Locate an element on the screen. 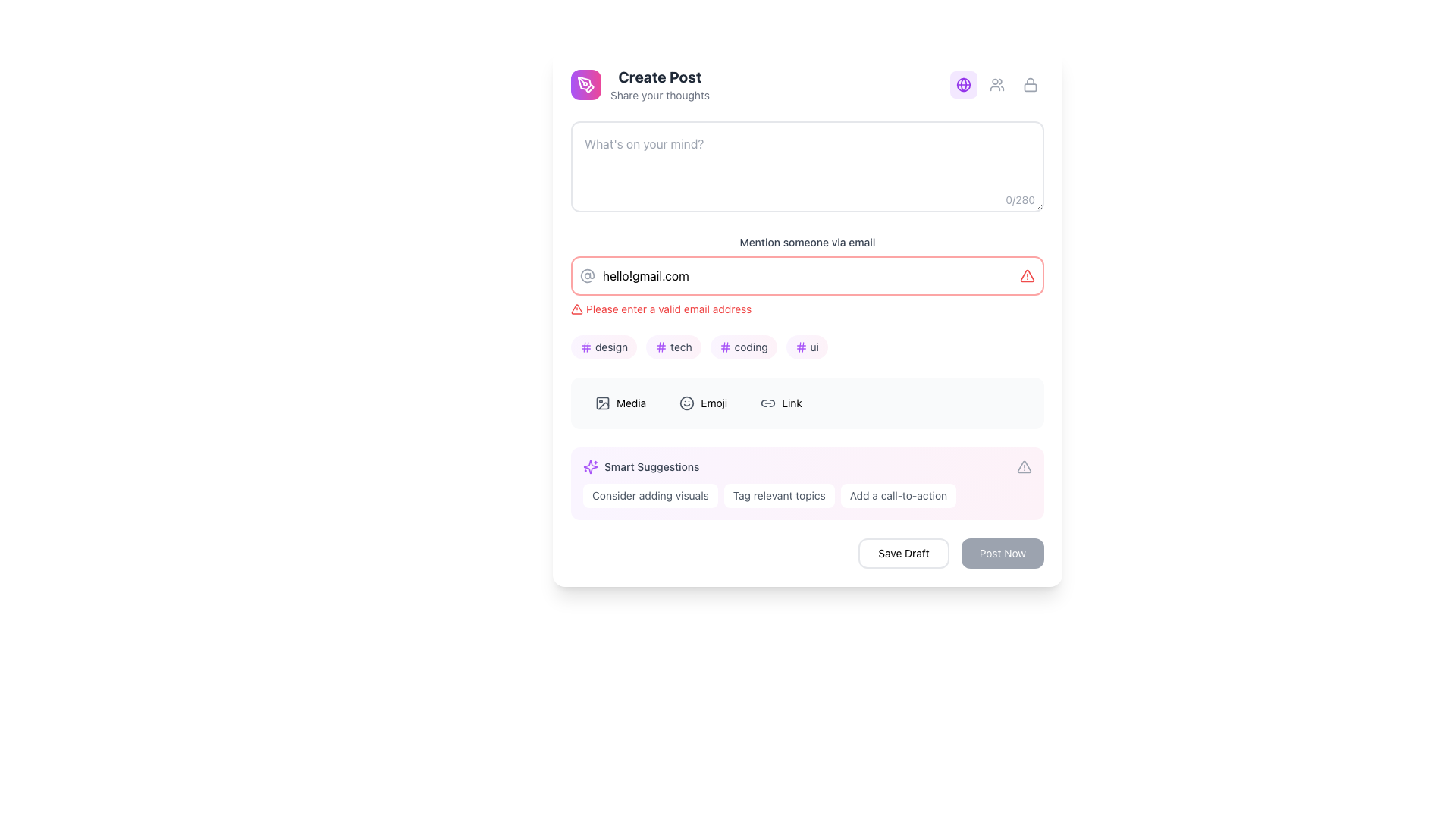 This screenshot has width=1456, height=819. the lock icon button located at the top-right corner of the interface is located at coordinates (1030, 84).